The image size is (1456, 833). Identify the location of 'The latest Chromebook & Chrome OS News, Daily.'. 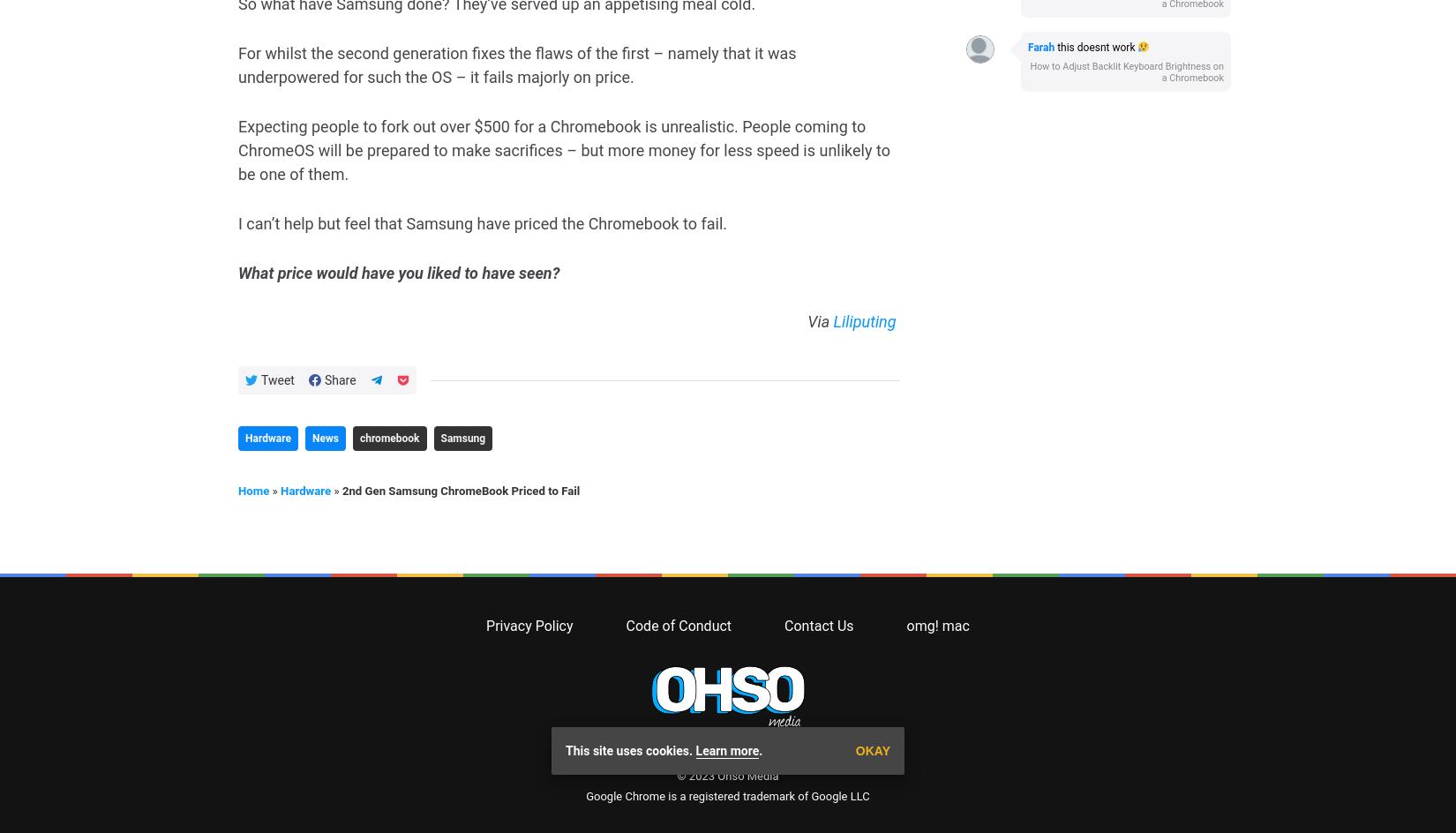
(726, 64).